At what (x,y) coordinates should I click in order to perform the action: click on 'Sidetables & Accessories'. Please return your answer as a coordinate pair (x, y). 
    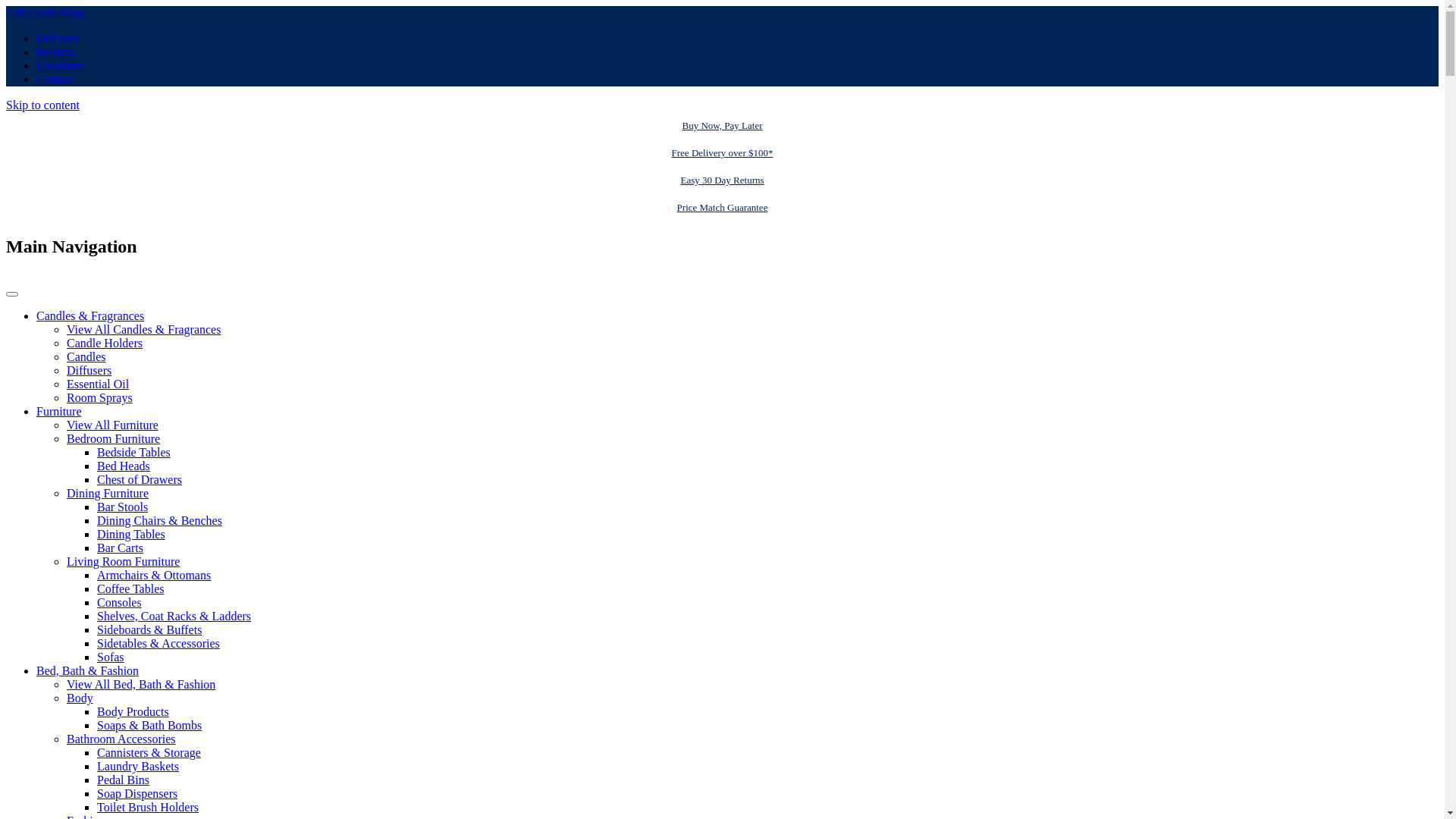
    Looking at the image, I should click on (158, 643).